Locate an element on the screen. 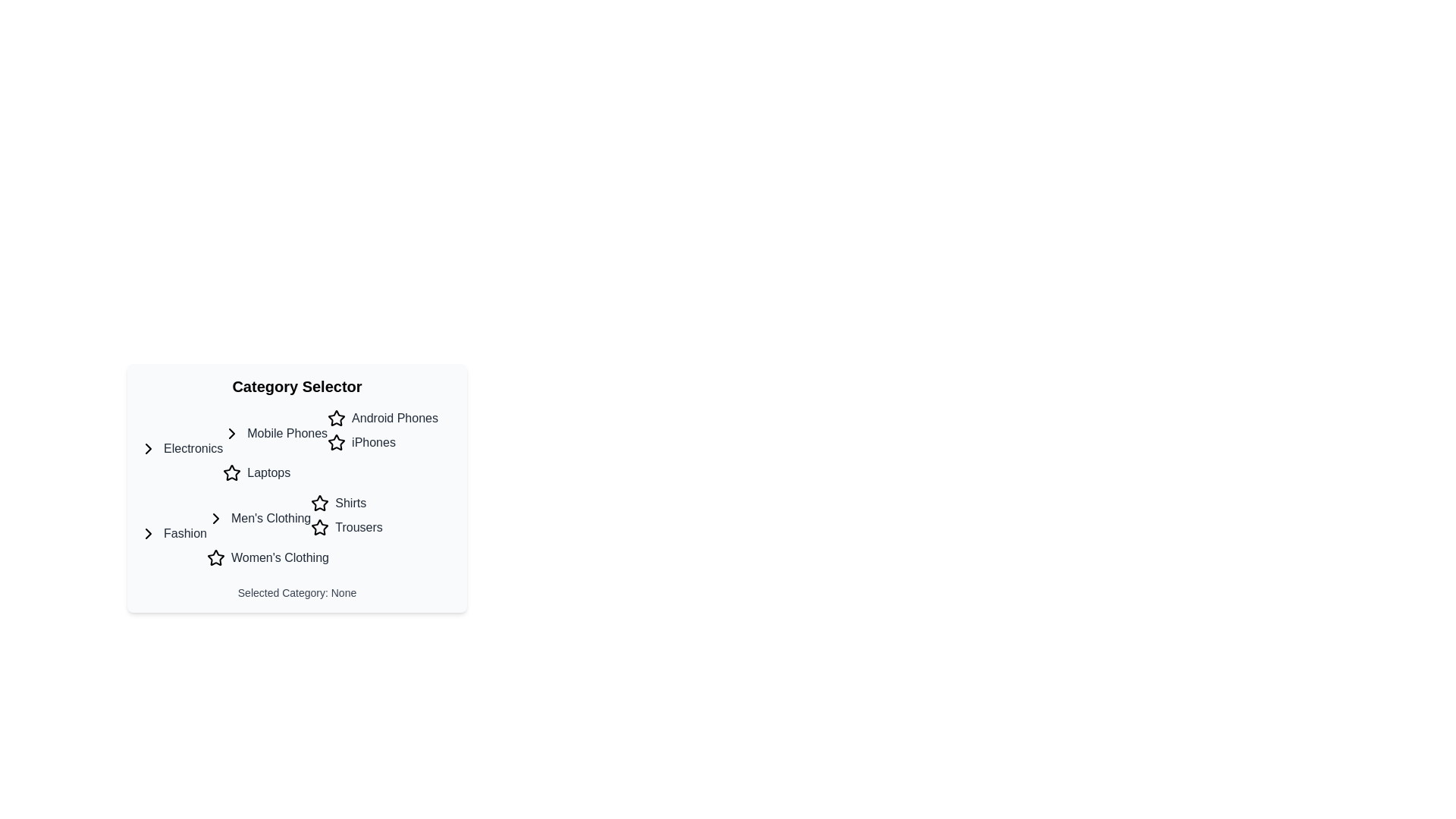 The image size is (1456, 819). the clickable text label 'Trousers' in the subcategory list under 'Men's Clothing' within the 'Fashion' category is located at coordinates (346, 526).